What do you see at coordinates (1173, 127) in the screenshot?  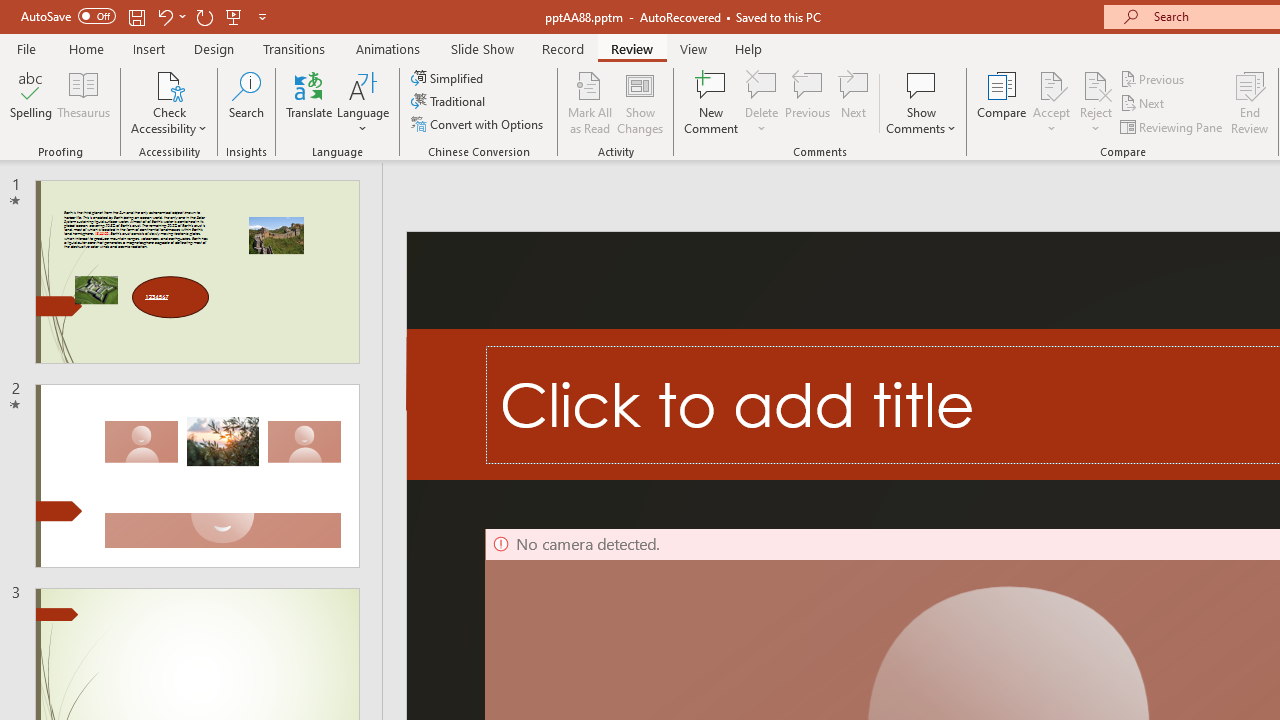 I see `'Reviewing Pane'` at bounding box center [1173, 127].